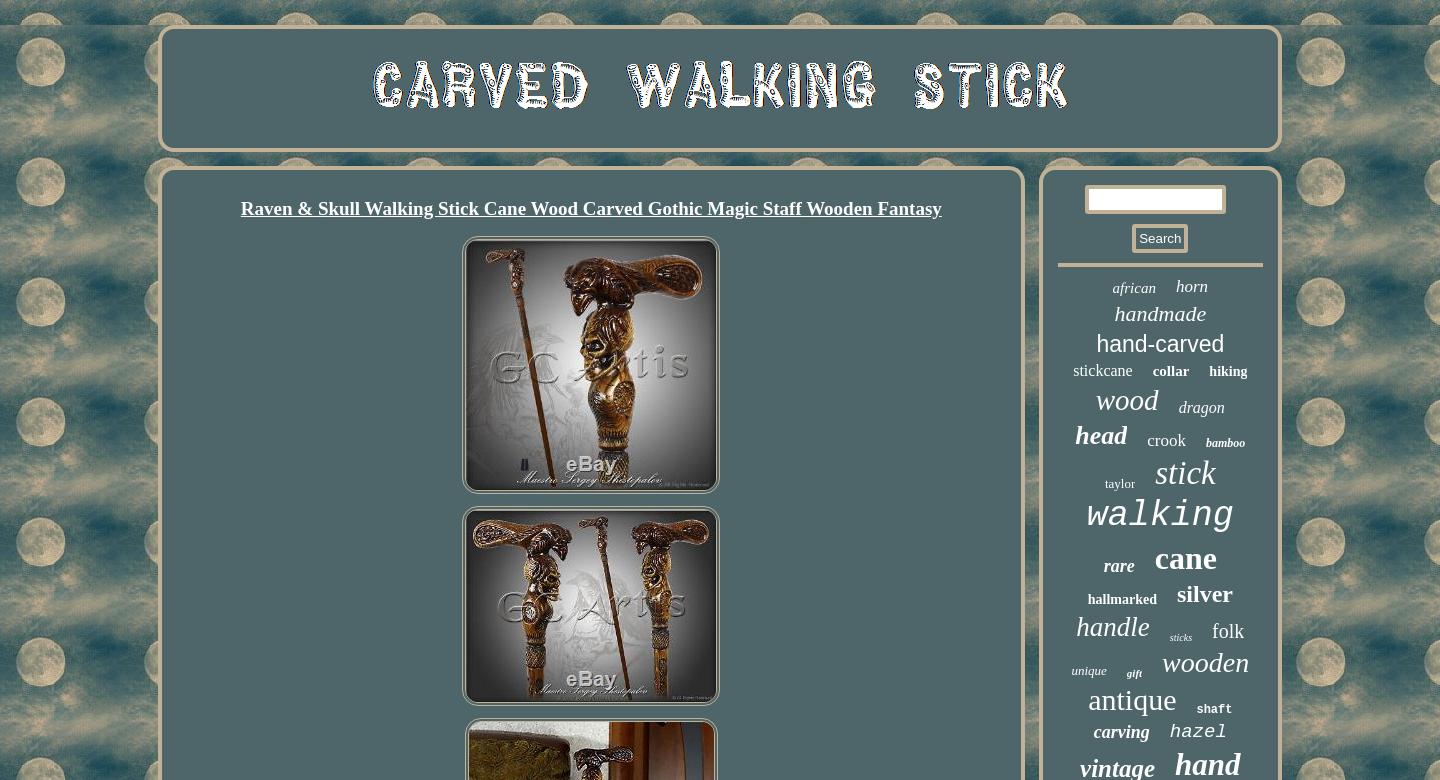 The width and height of the screenshot is (1440, 780). I want to click on 'handle', so click(1075, 626).